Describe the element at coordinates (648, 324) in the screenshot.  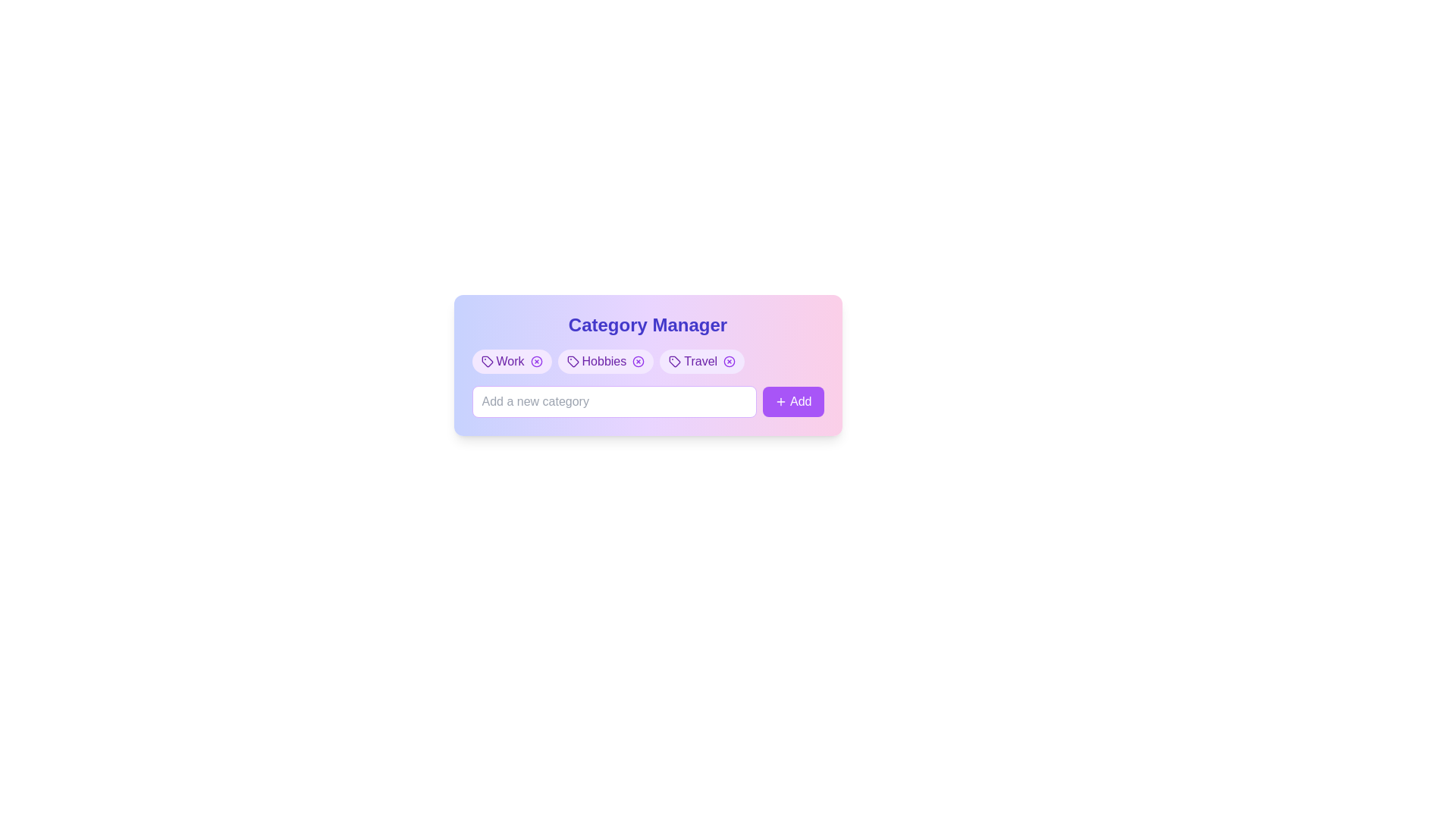
I see `the top-most Text Label that serves as a section heading for managing categories, located in a rounded rectangular area above the tag-like elements labeled 'Work', 'Hobbies', and 'Travel'` at that location.